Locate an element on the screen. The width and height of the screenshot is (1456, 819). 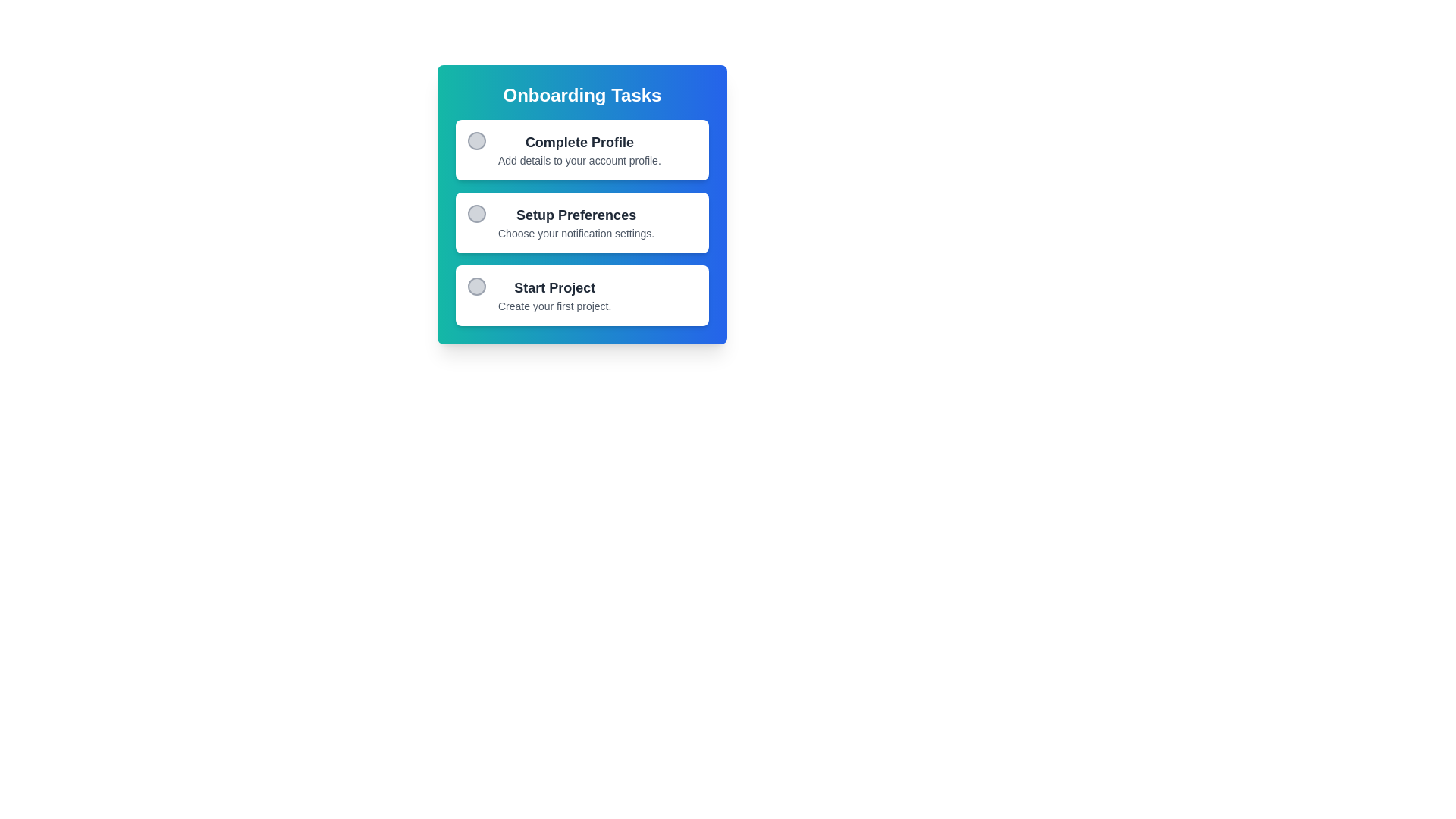
the text label displaying 'Start Project', which indicates an action item in the onboarding process and is located on the third row of the onboarding tasks is located at coordinates (554, 288).